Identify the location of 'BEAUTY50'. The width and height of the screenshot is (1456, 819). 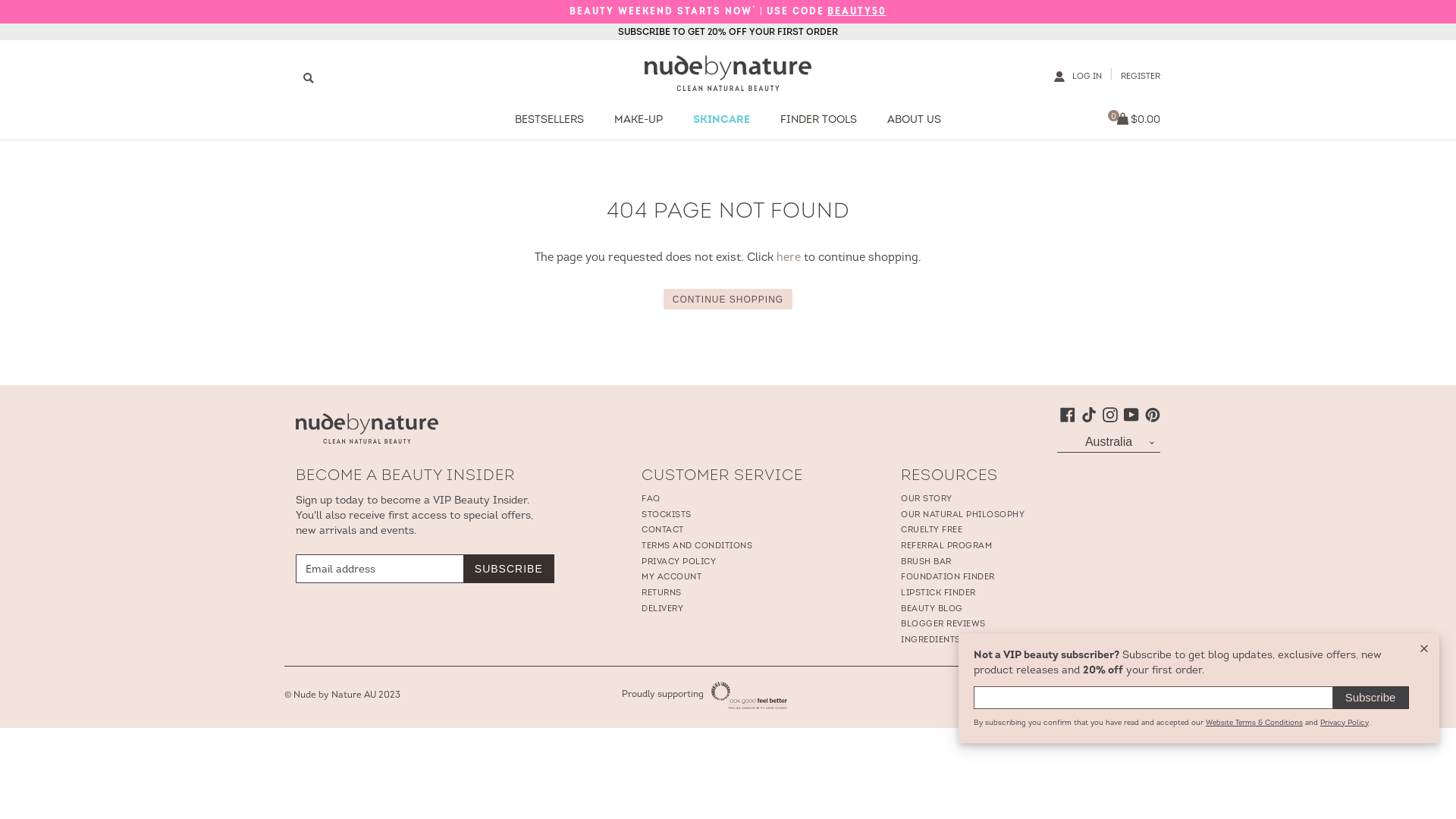
(856, 11).